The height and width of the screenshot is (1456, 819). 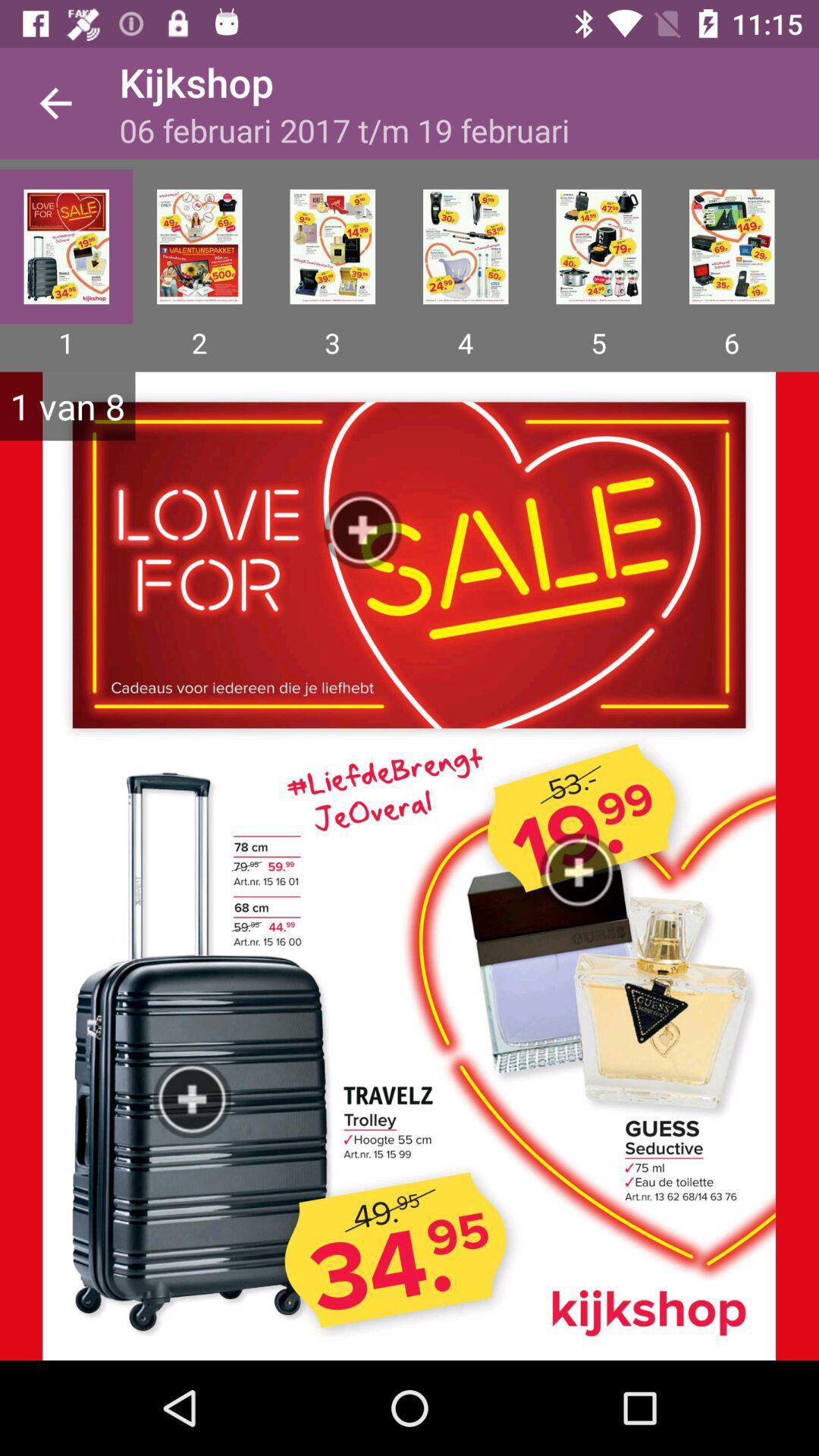 What do you see at coordinates (199, 246) in the screenshot?
I see `the app below 06 februari 2017 item` at bounding box center [199, 246].